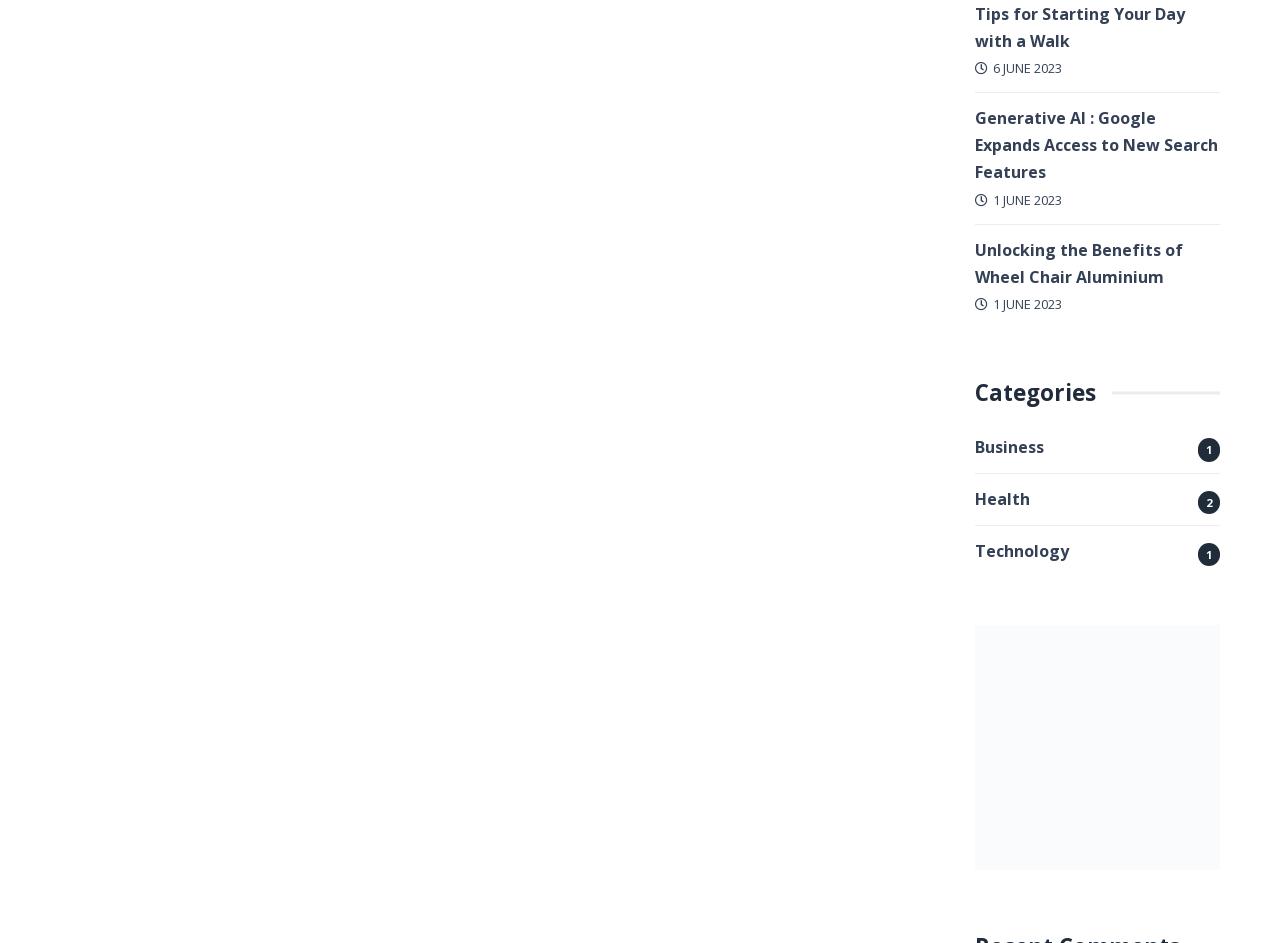 The width and height of the screenshot is (1280, 943). I want to click on 'Generative AI : Google Expands Access to New Search Features', so click(1095, 145).